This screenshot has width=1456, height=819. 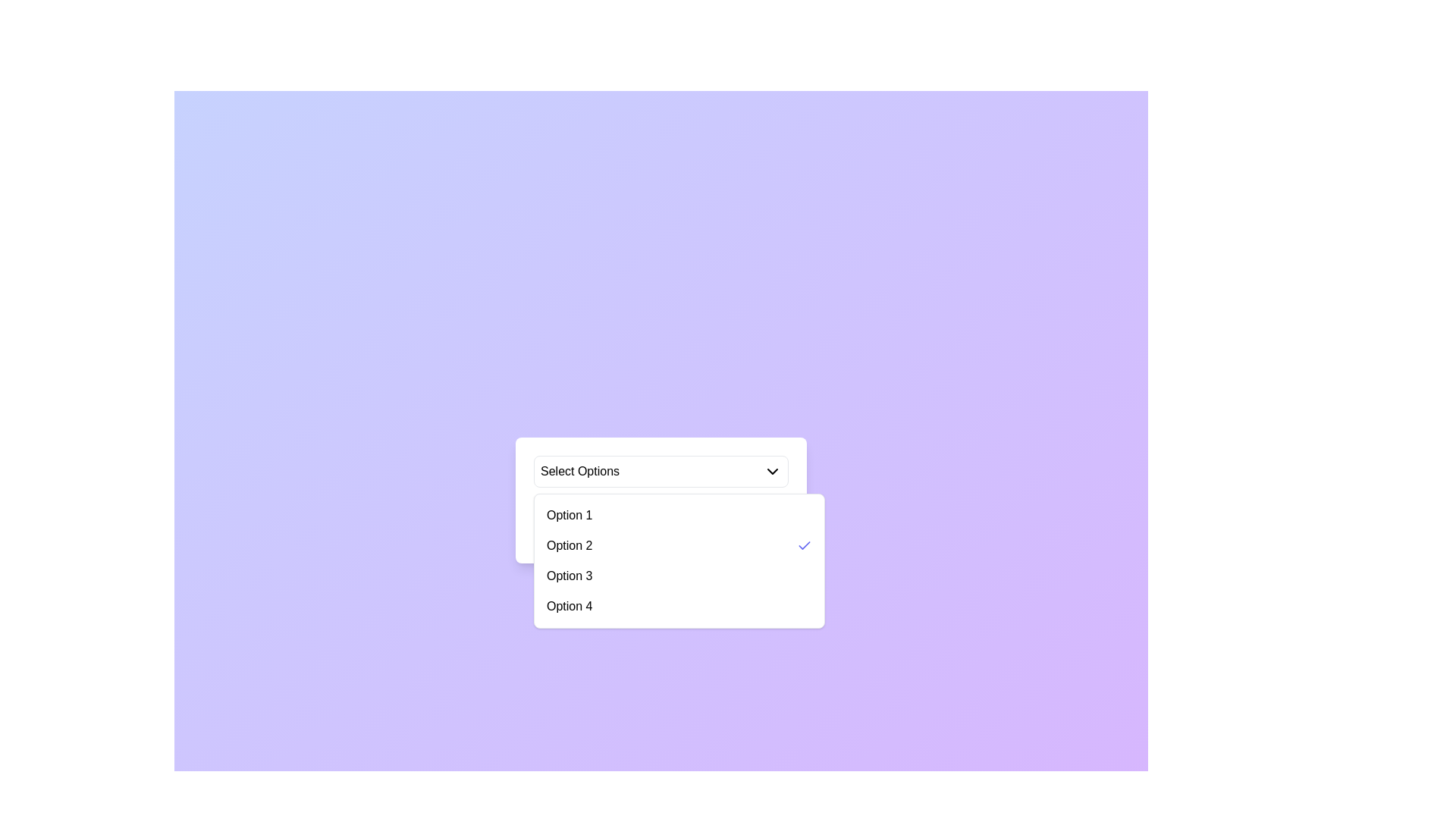 What do you see at coordinates (803, 544) in the screenshot?
I see `the checkmark icon that signifies selection confirmation for 'Option 2' in the dropdown menu` at bounding box center [803, 544].